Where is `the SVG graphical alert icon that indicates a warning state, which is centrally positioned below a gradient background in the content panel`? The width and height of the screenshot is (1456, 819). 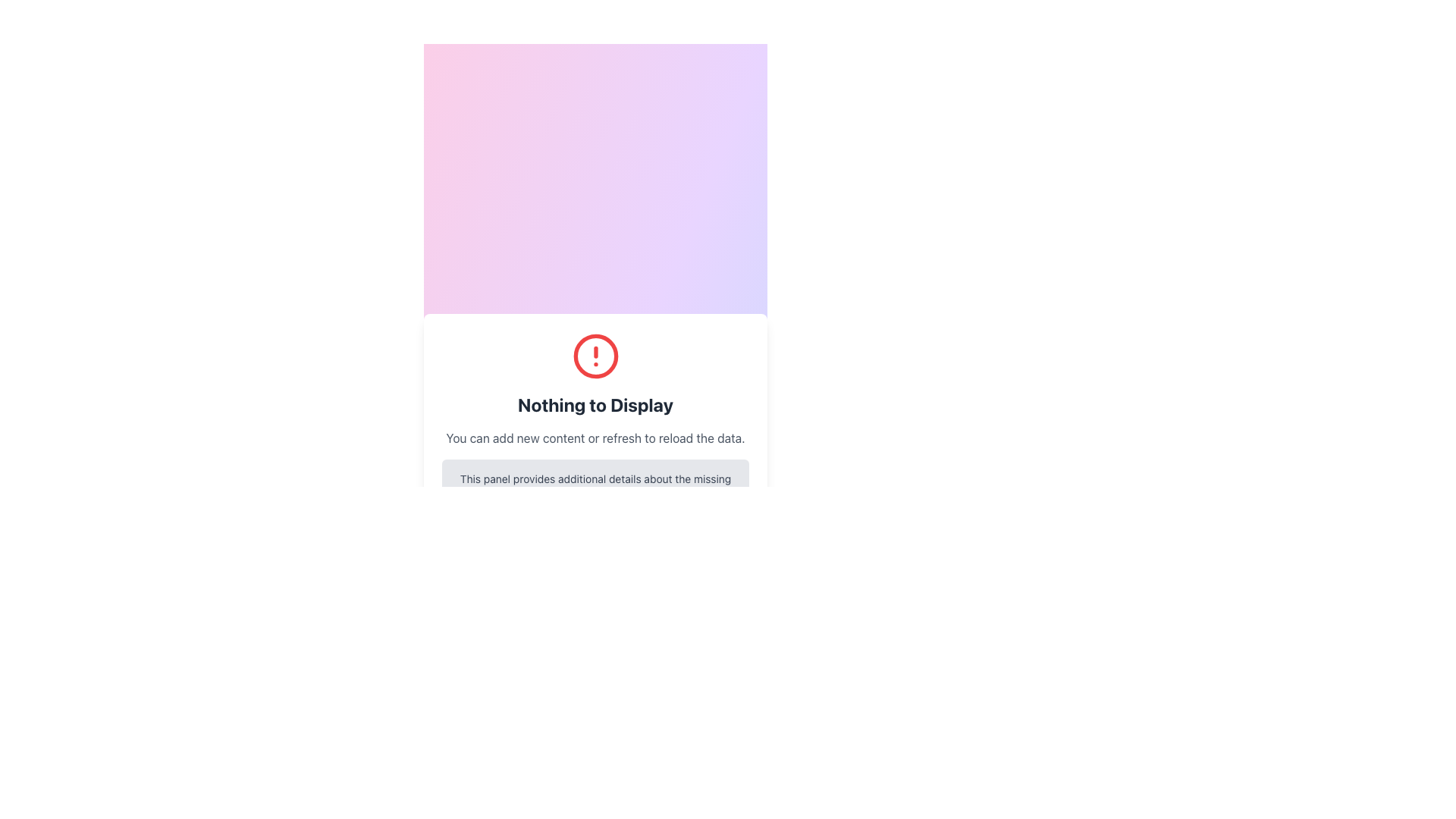
the SVG graphical alert icon that indicates a warning state, which is centrally positioned below a gradient background in the content panel is located at coordinates (595, 356).